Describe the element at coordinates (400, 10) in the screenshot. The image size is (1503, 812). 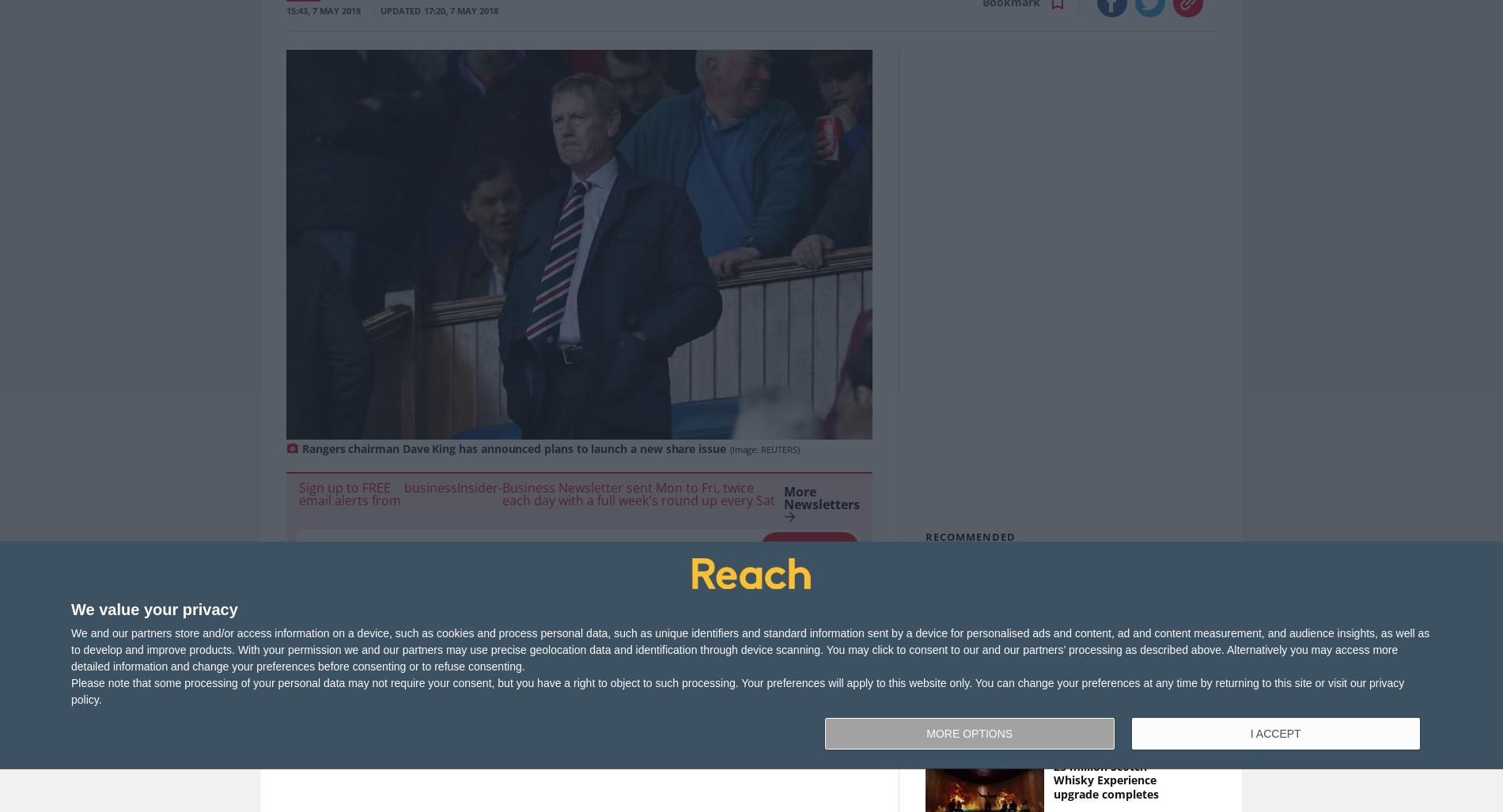
I see `'Updated'` at that location.